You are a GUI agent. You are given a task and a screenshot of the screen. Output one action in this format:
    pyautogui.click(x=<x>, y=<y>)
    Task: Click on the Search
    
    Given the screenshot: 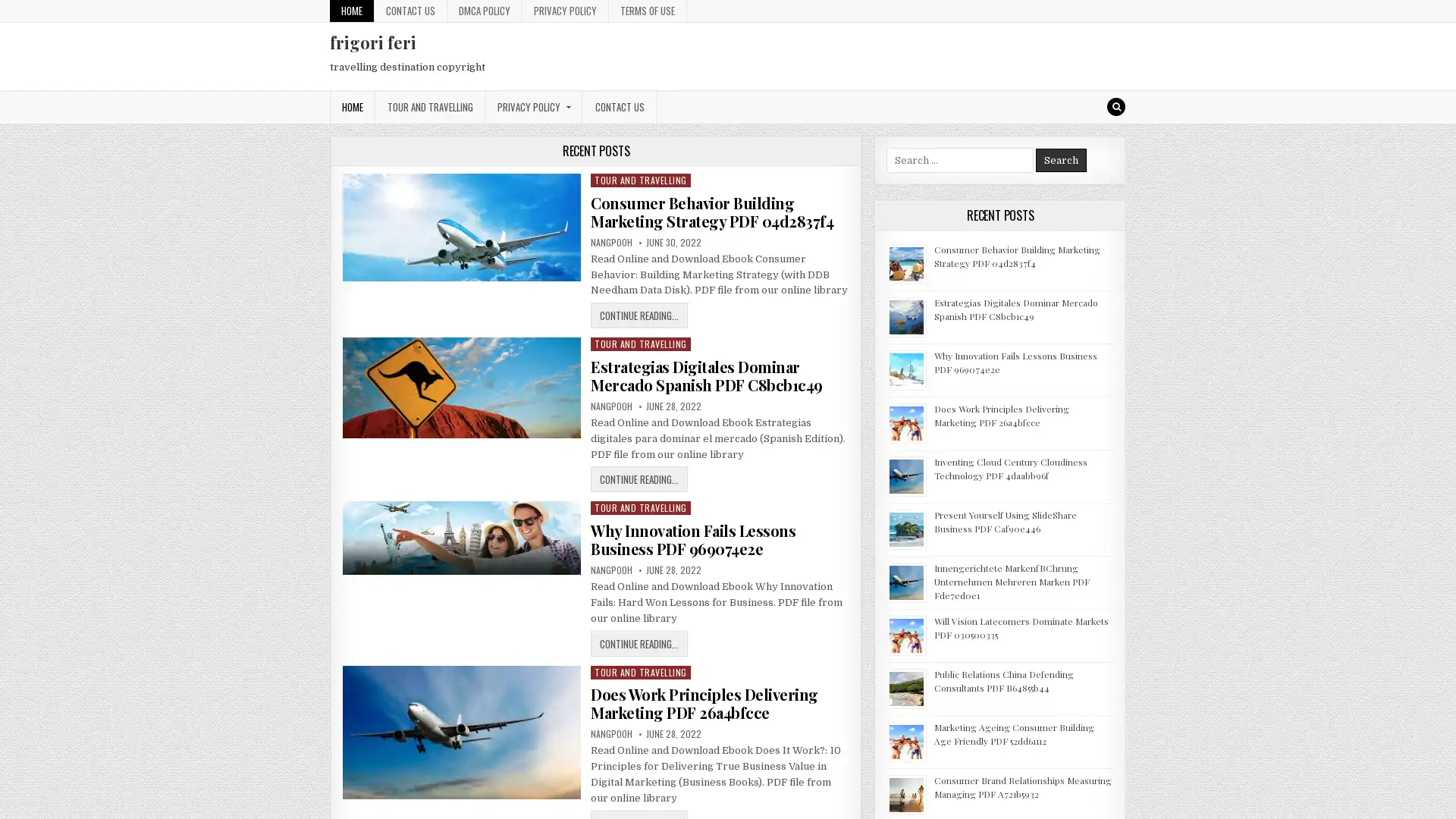 What is the action you would take?
    pyautogui.click(x=1060, y=160)
    